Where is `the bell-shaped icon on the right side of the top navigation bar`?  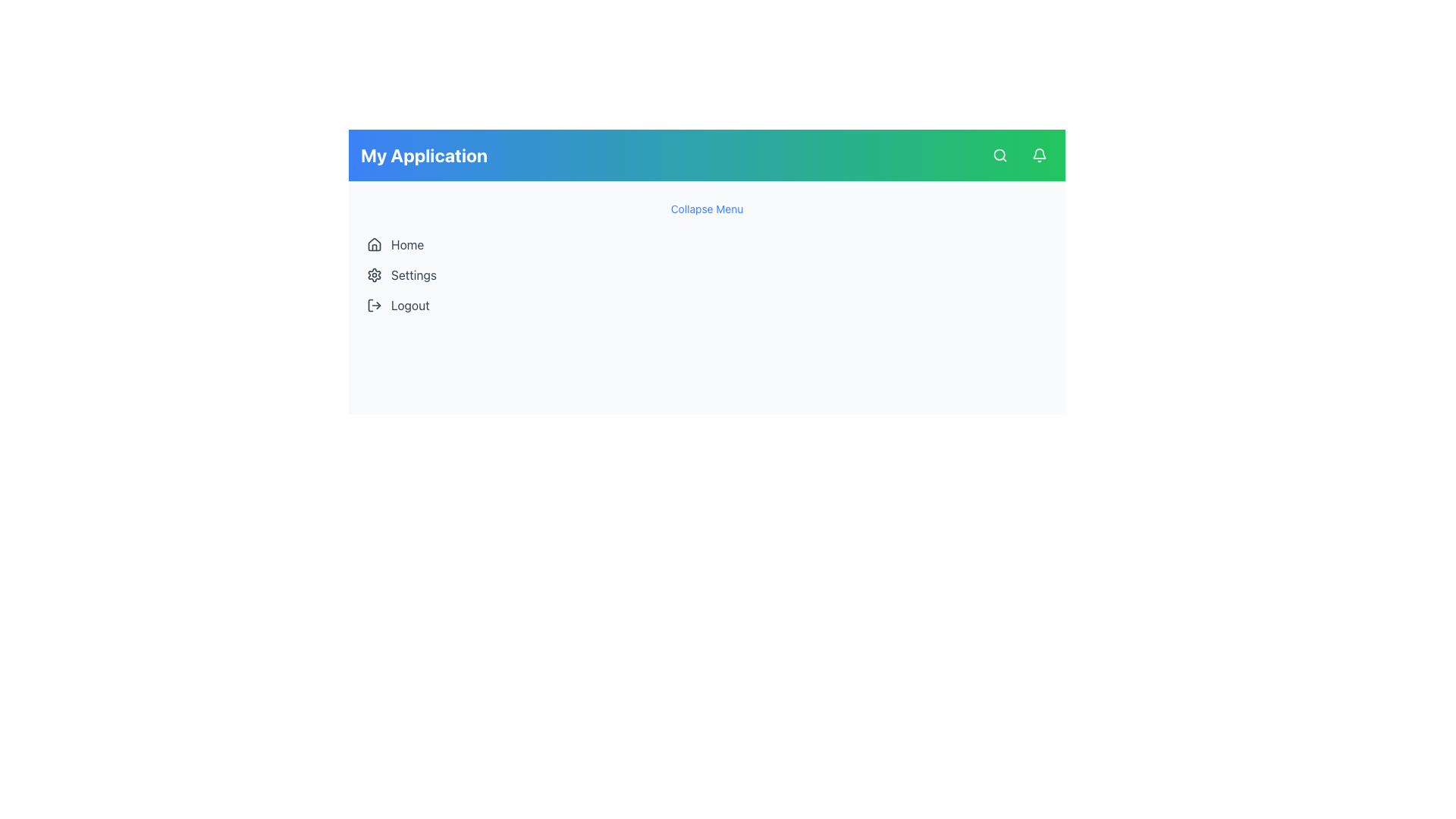
the bell-shaped icon on the right side of the top navigation bar is located at coordinates (1039, 155).